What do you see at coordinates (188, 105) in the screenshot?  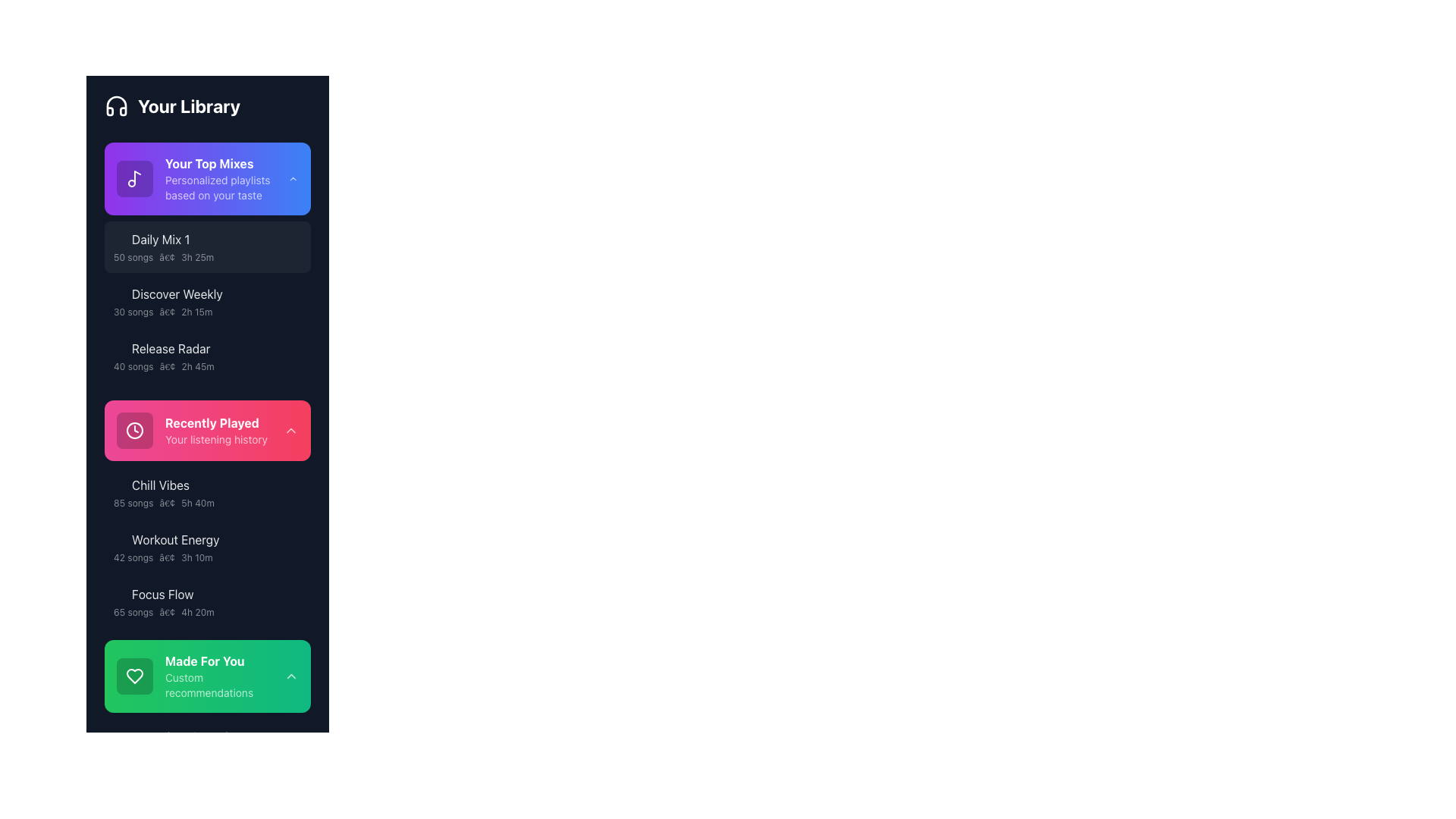 I see `the 'Your Library' text label, which is a large and bold white font against a dark background, located to the right of a circular headphone icon in the sidebar` at bounding box center [188, 105].